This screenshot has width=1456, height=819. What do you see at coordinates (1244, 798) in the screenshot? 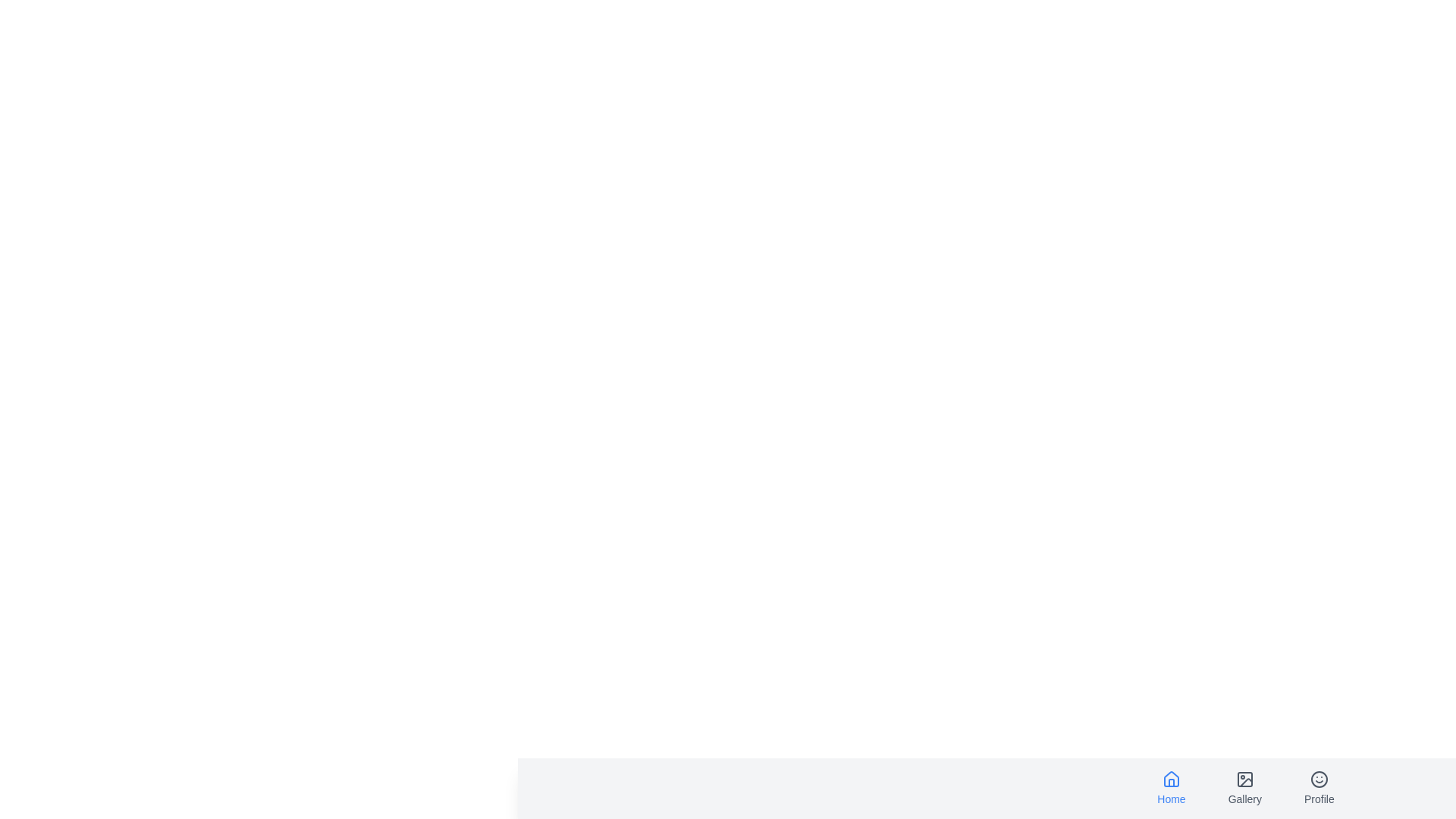
I see `the text label Gallery of the navigation item` at bounding box center [1244, 798].